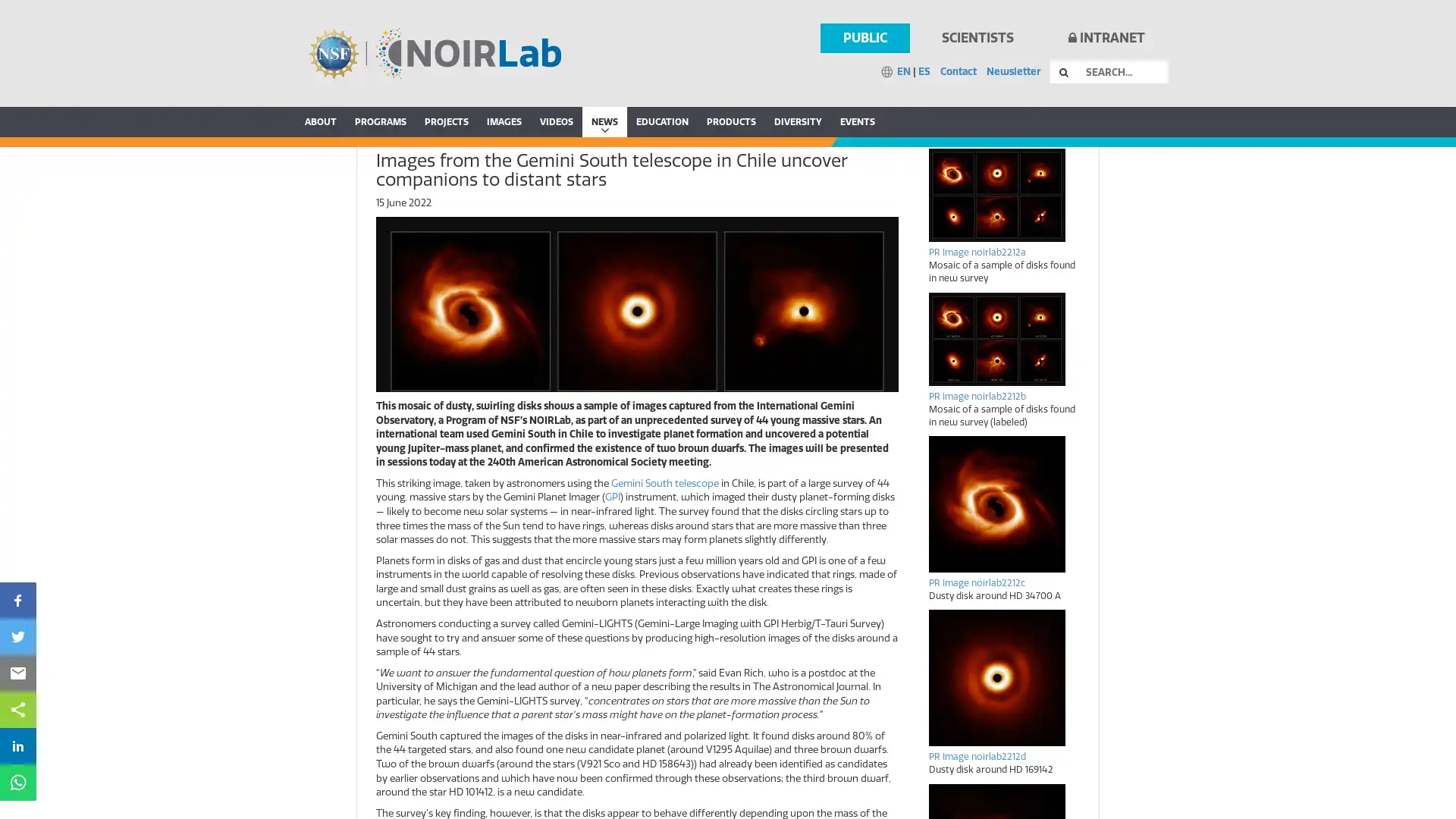 This screenshot has width=1456, height=819. What do you see at coordinates (977, 37) in the screenshot?
I see `SCIENTISTS` at bounding box center [977, 37].